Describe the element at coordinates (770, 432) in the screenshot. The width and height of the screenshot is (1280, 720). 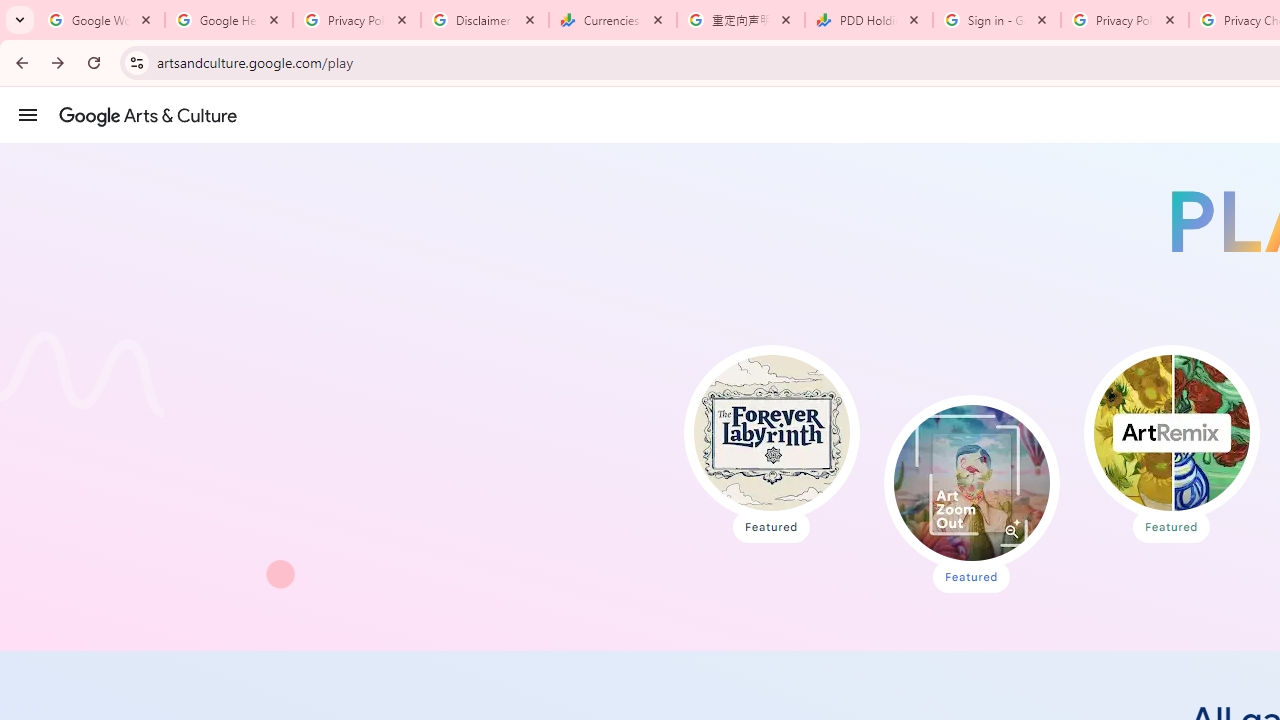
I see `'The Forever Labyrinth'` at that location.